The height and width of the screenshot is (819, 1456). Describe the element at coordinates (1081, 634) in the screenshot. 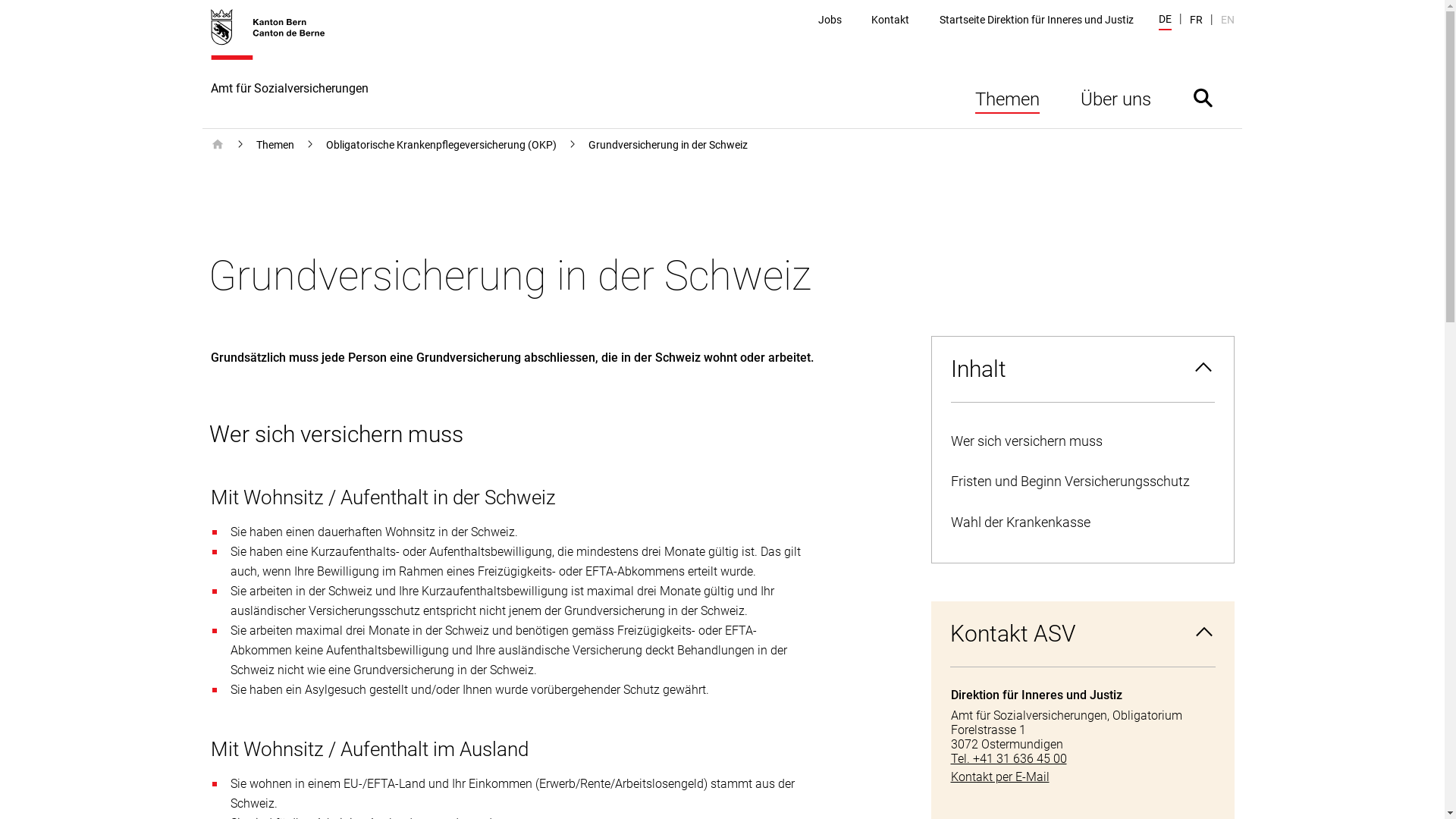

I see `'Kontakt ASV'` at that location.